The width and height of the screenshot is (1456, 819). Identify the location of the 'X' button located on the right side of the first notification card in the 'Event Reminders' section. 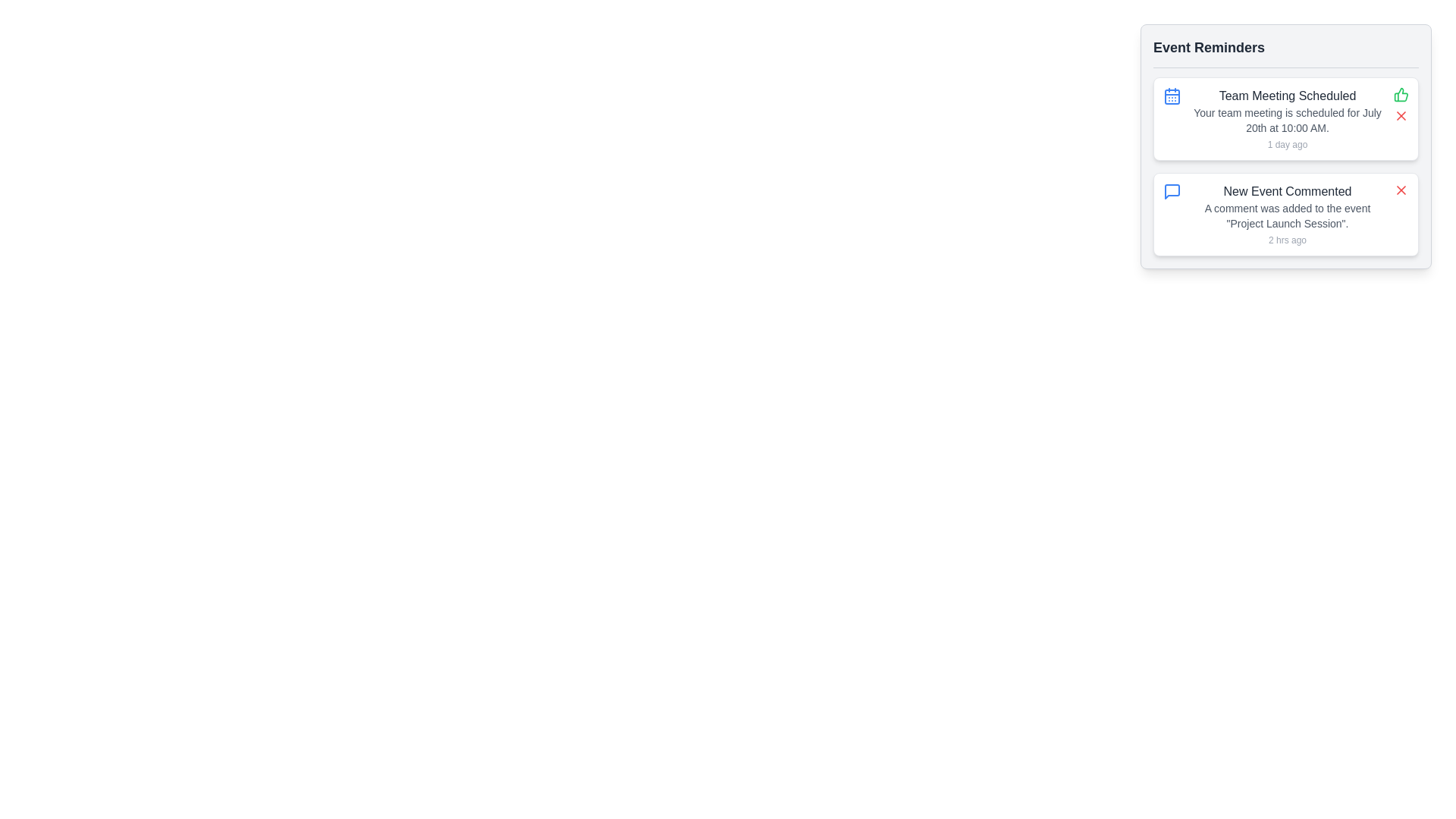
(1401, 115).